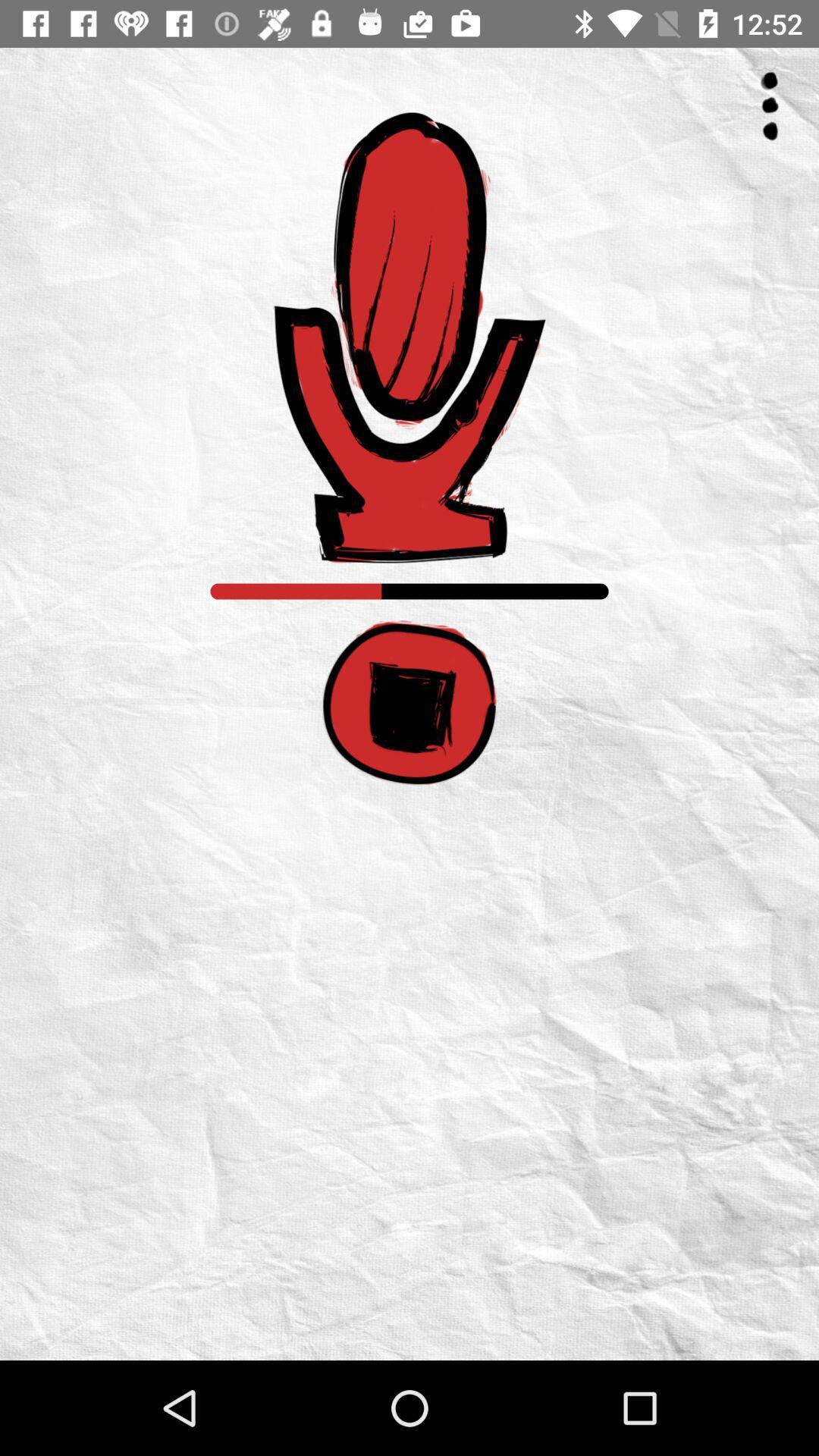 The width and height of the screenshot is (819, 1456). I want to click on record, so click(409, 337).